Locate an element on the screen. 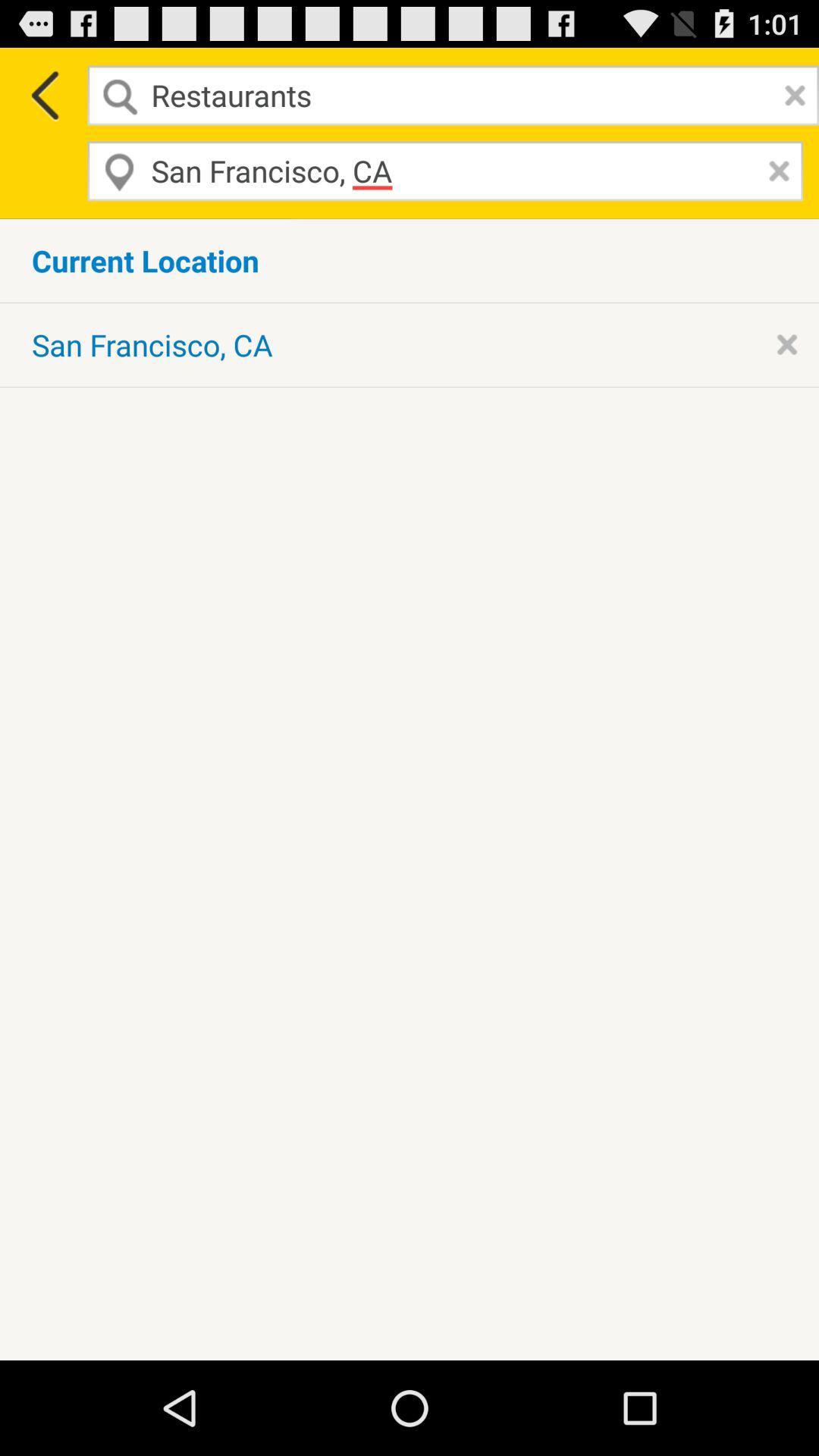  delete location is located at coordinates (775, 171).